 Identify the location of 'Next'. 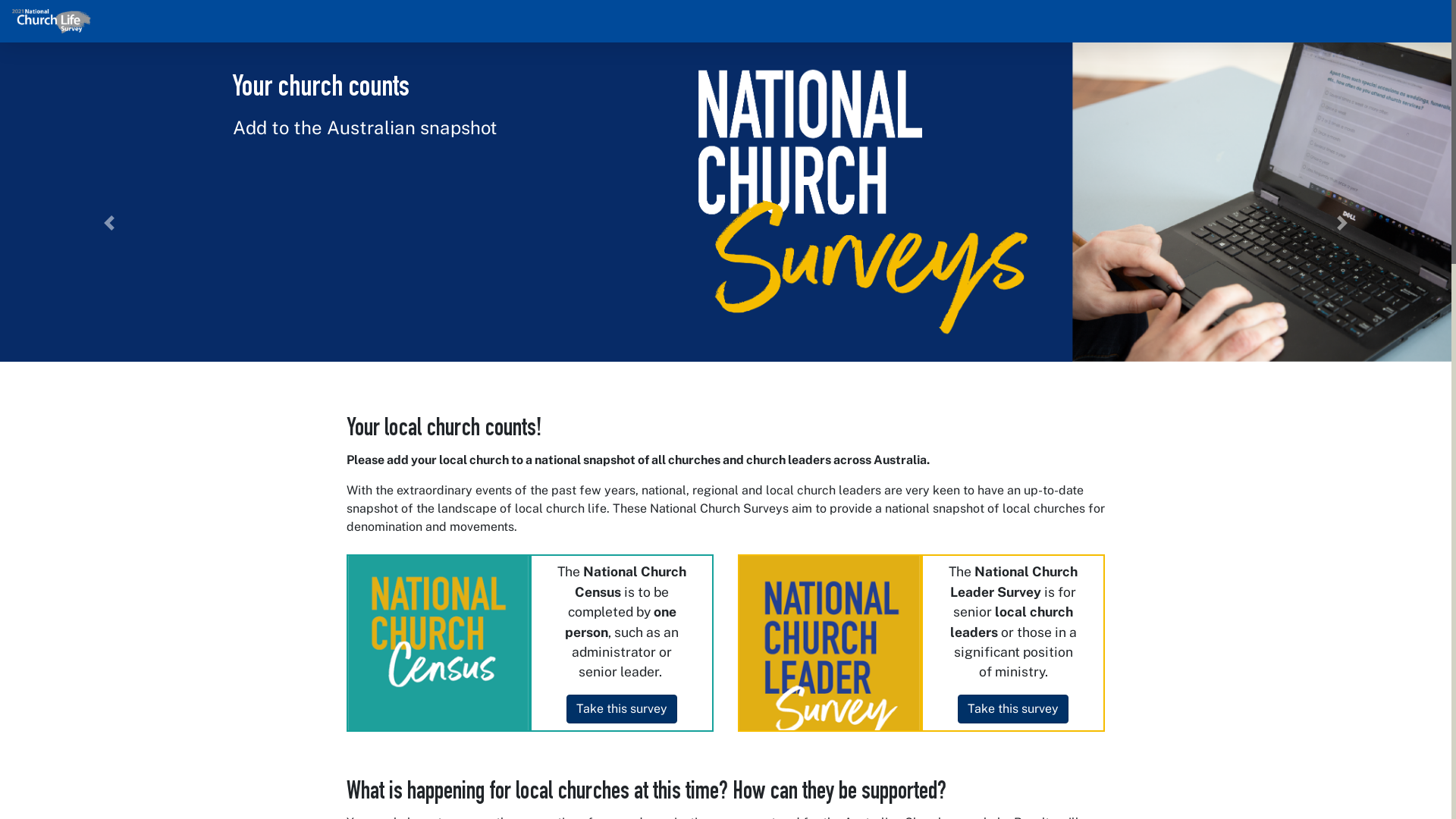
(1342, 222).